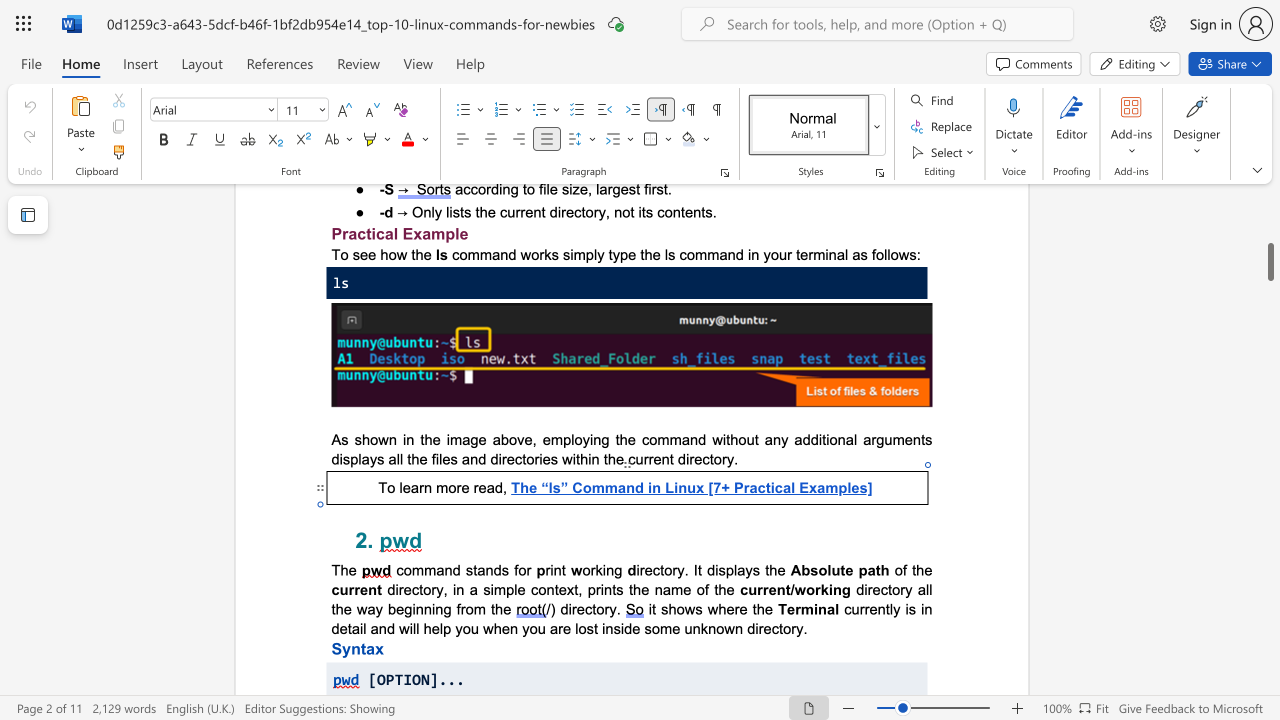  What do you see at coordinates (588, 253) in the screenshot?
I see `the 1th character "p" in the text` at bounding box center [588, 253].